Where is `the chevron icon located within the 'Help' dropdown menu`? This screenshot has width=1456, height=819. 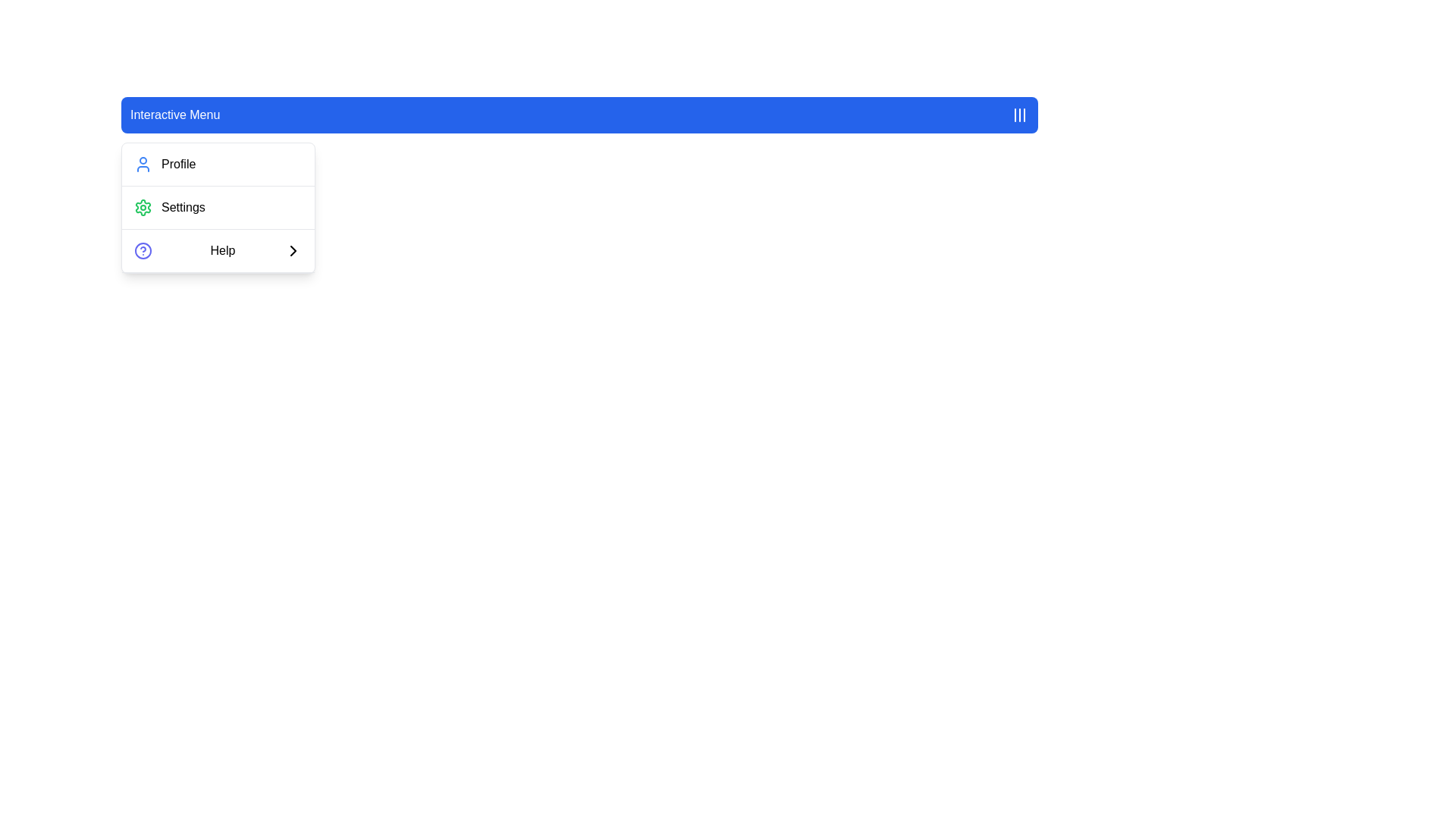
the chevron icon located within the 'Help' dropdown menu is located at coordinates (293, 250).